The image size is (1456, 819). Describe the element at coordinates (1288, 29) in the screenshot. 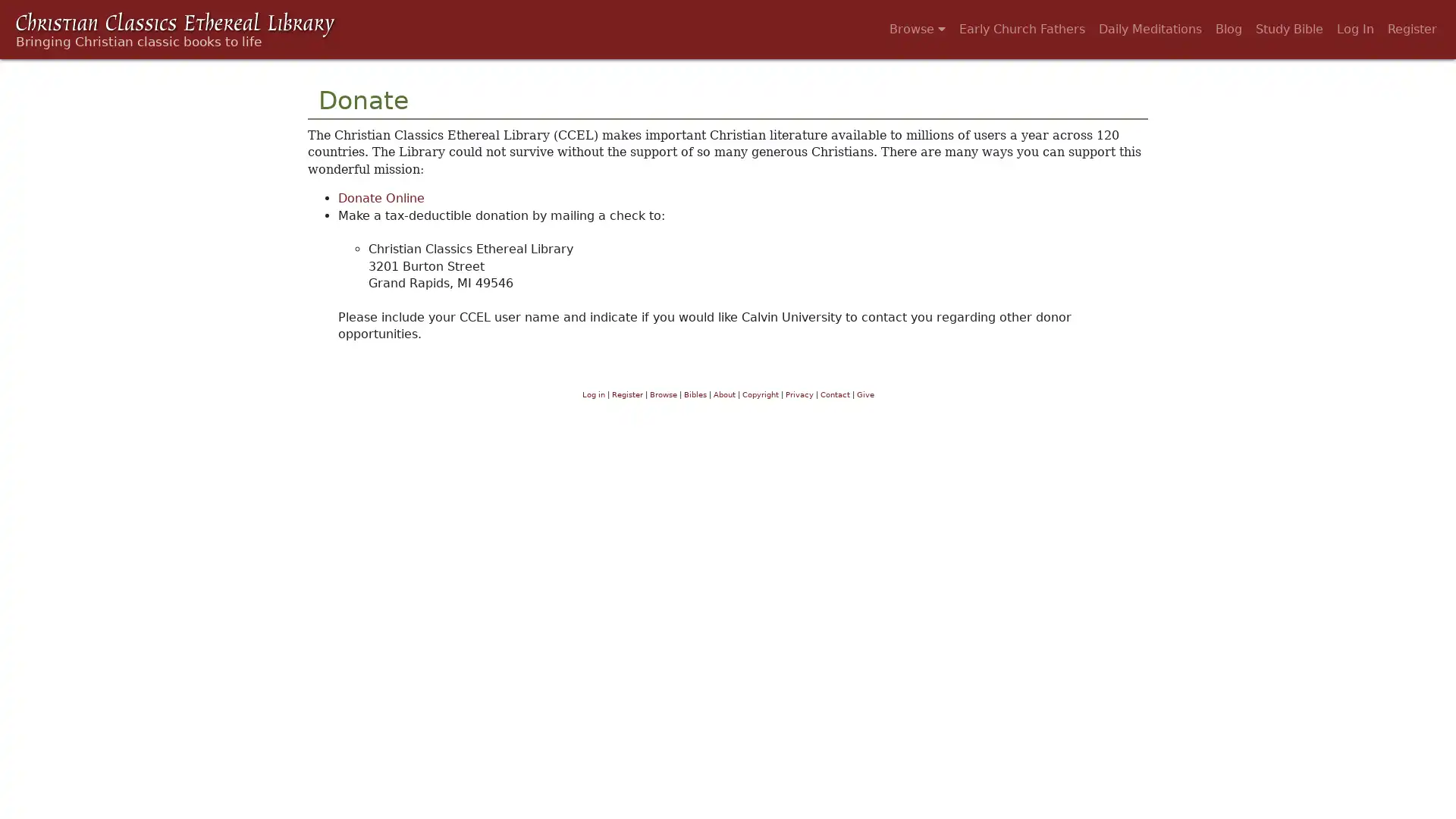

I see `Study Bible` at that location.